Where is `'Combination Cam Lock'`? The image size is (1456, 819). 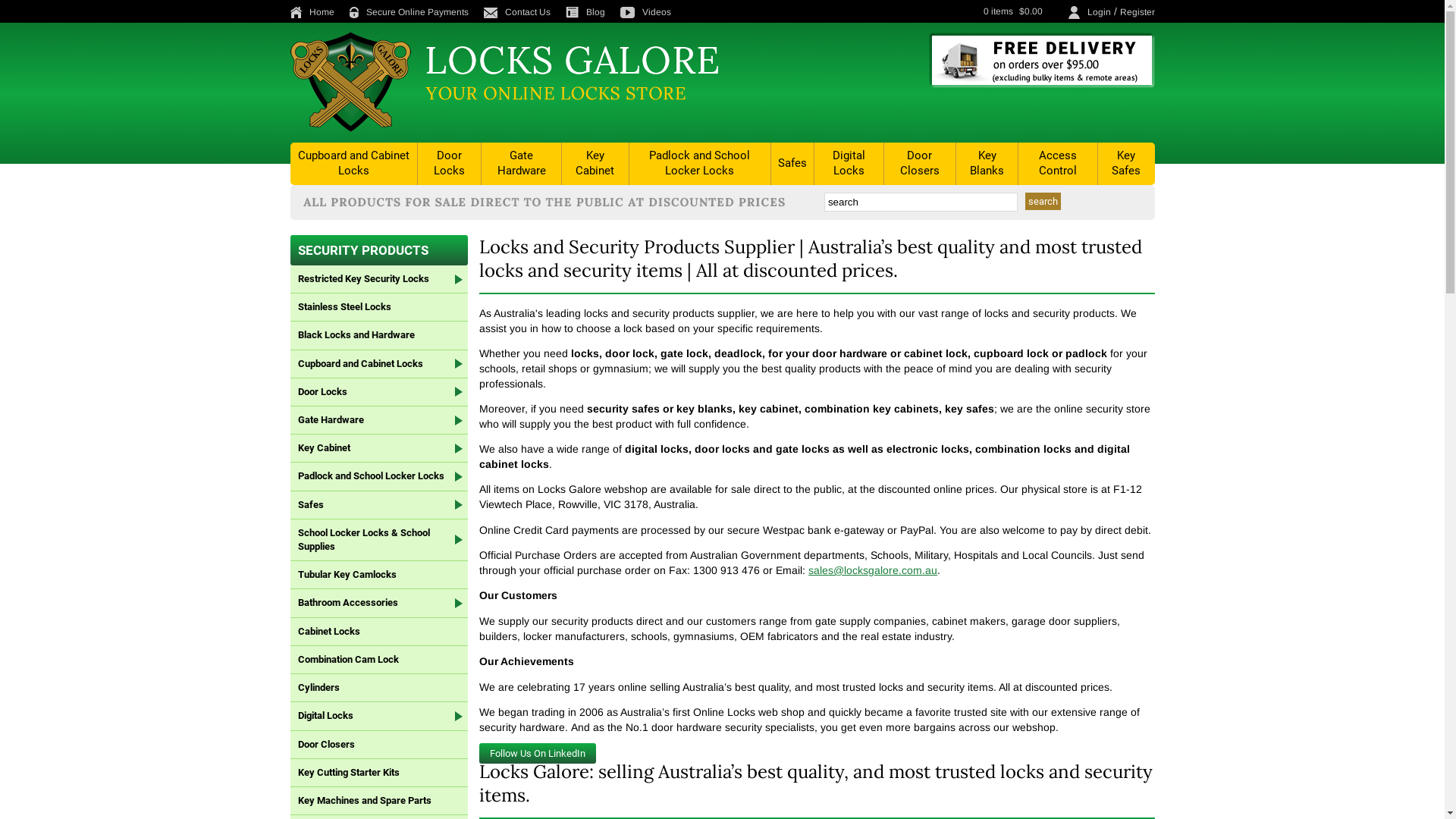 'Combination Cam Lock' is located at coordinates (378, 659).